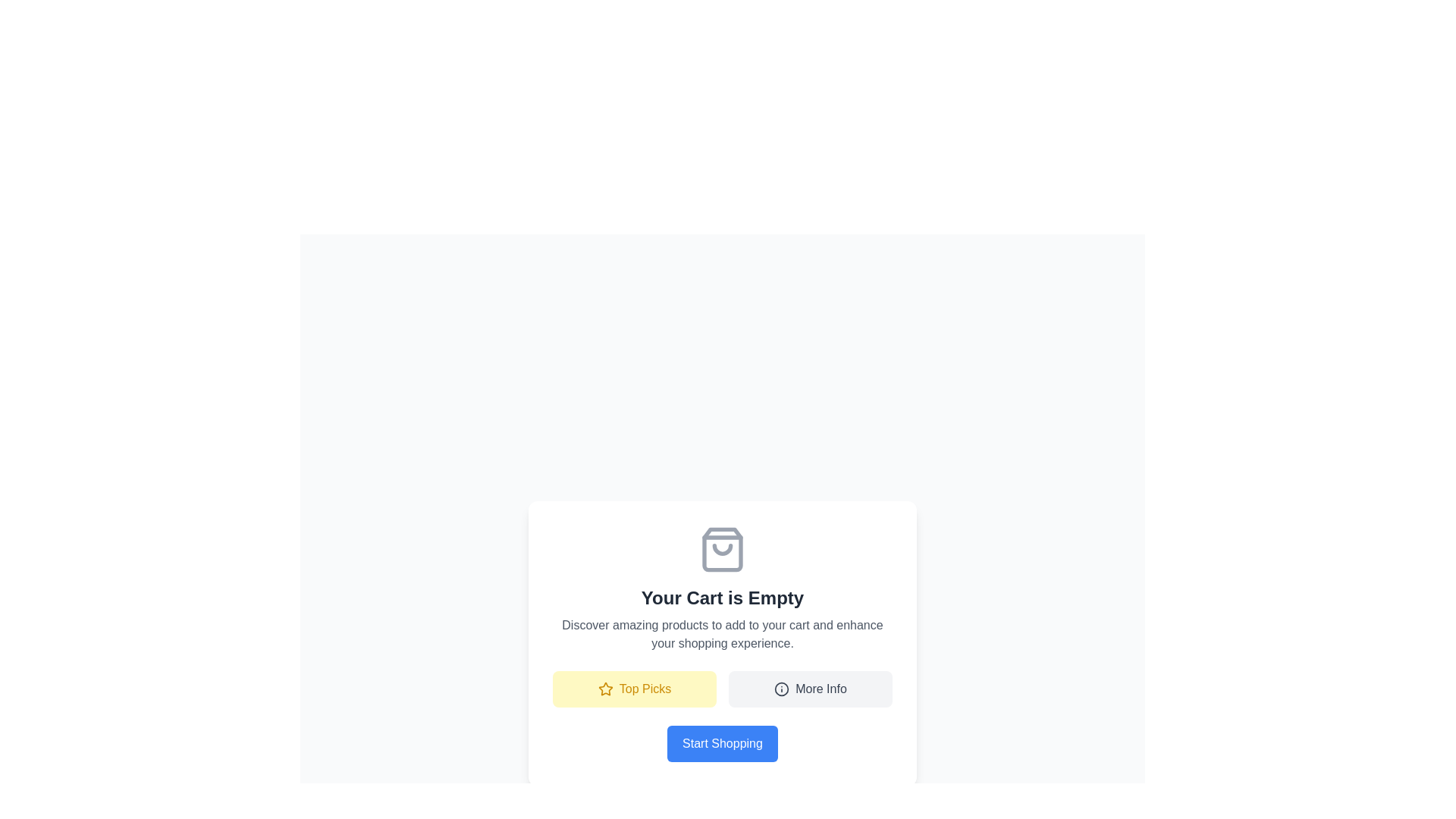 The height and width of the screenshot is (819, 1456). Describe the element at coordinates (782, 689) in the screenshot. I see `the information icon located within the 'More Info' button` at that location.